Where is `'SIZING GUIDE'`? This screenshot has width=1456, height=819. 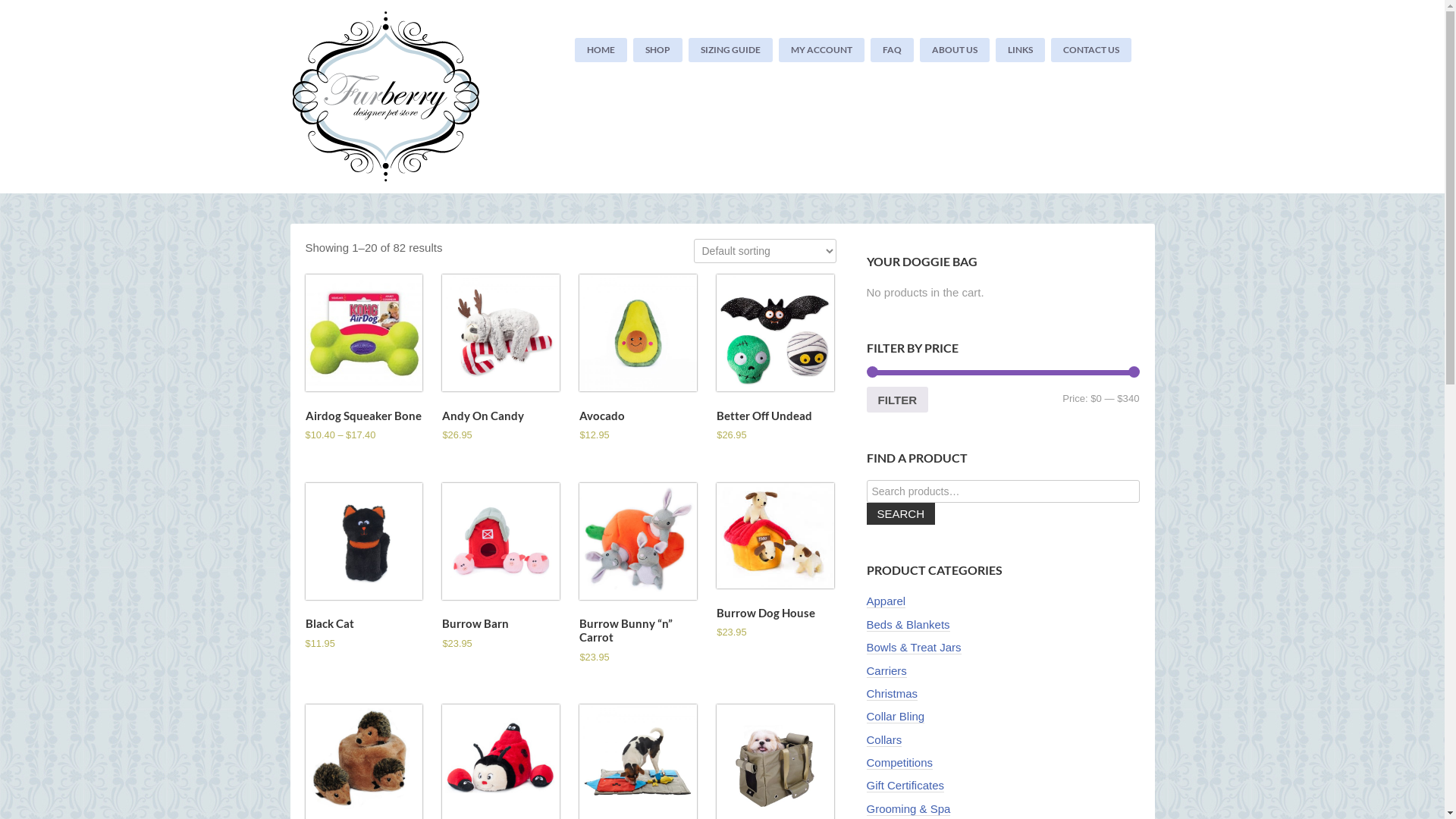 'SIZING GUIDE' is located at coordinates (730, 49).